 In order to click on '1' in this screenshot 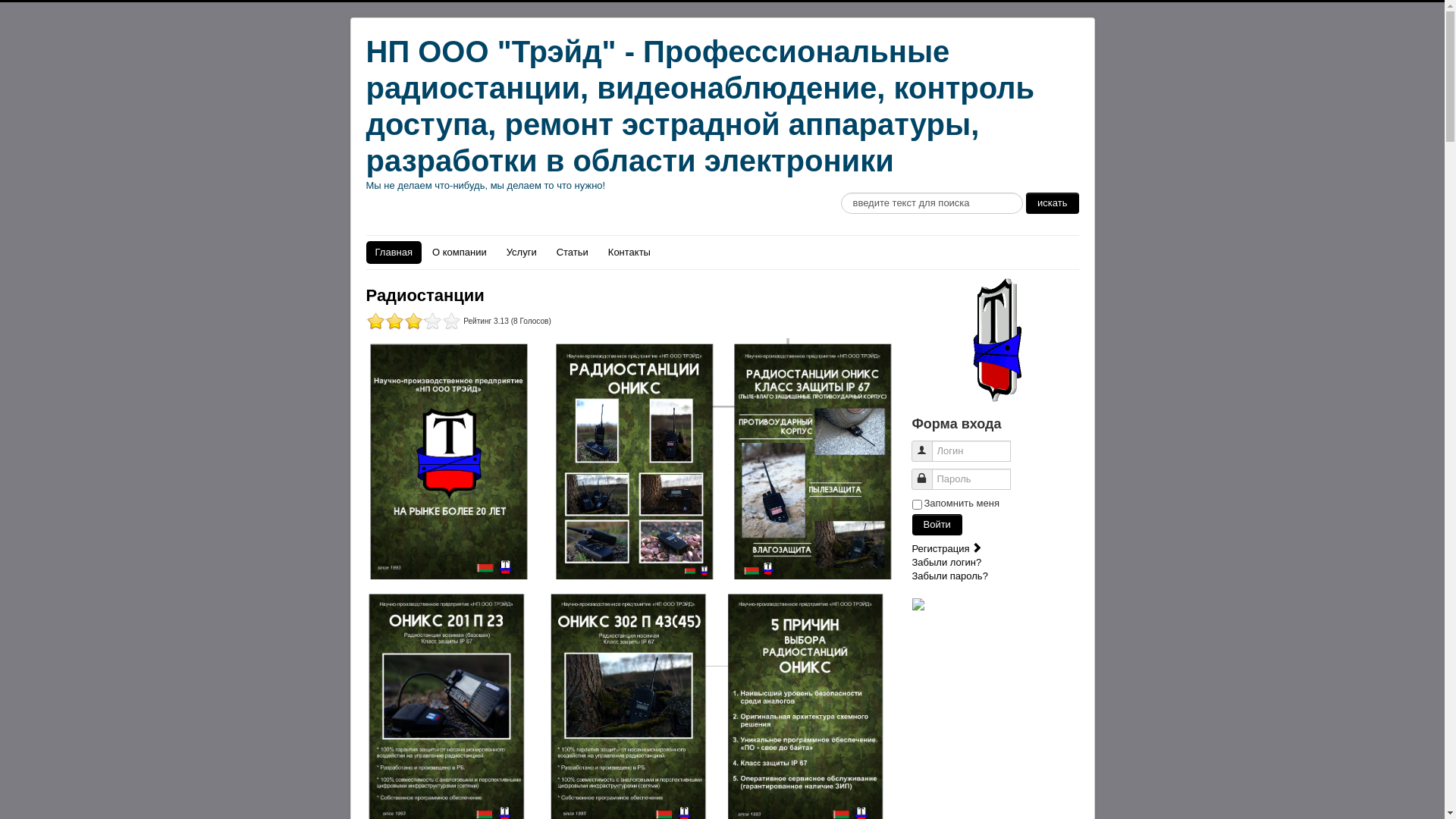, I will do `click(375, 320)`.